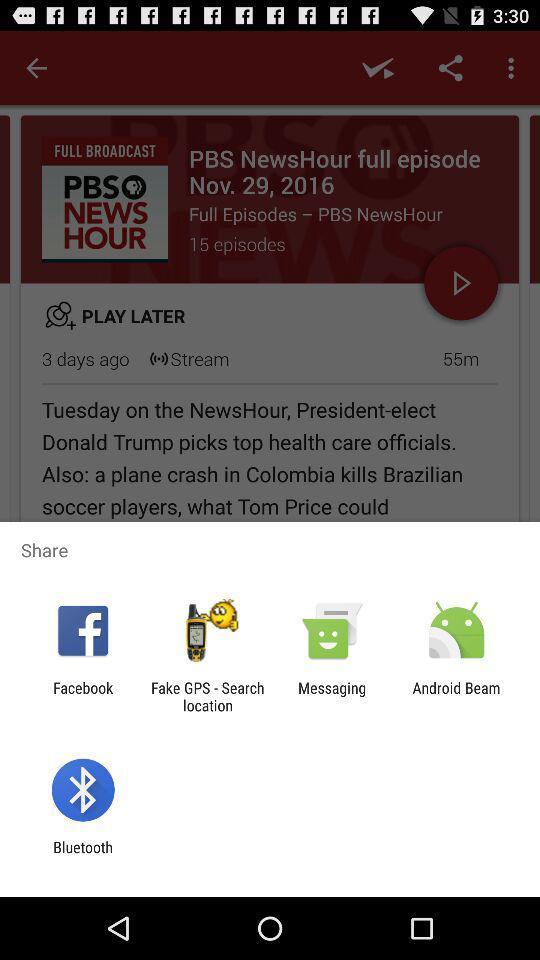 This screenshot has height=960, width=540. What do you see at coordinates (206, 696) in the screenshot?
I see `item to the left of the messaging app` at bounding box center [206, 696].